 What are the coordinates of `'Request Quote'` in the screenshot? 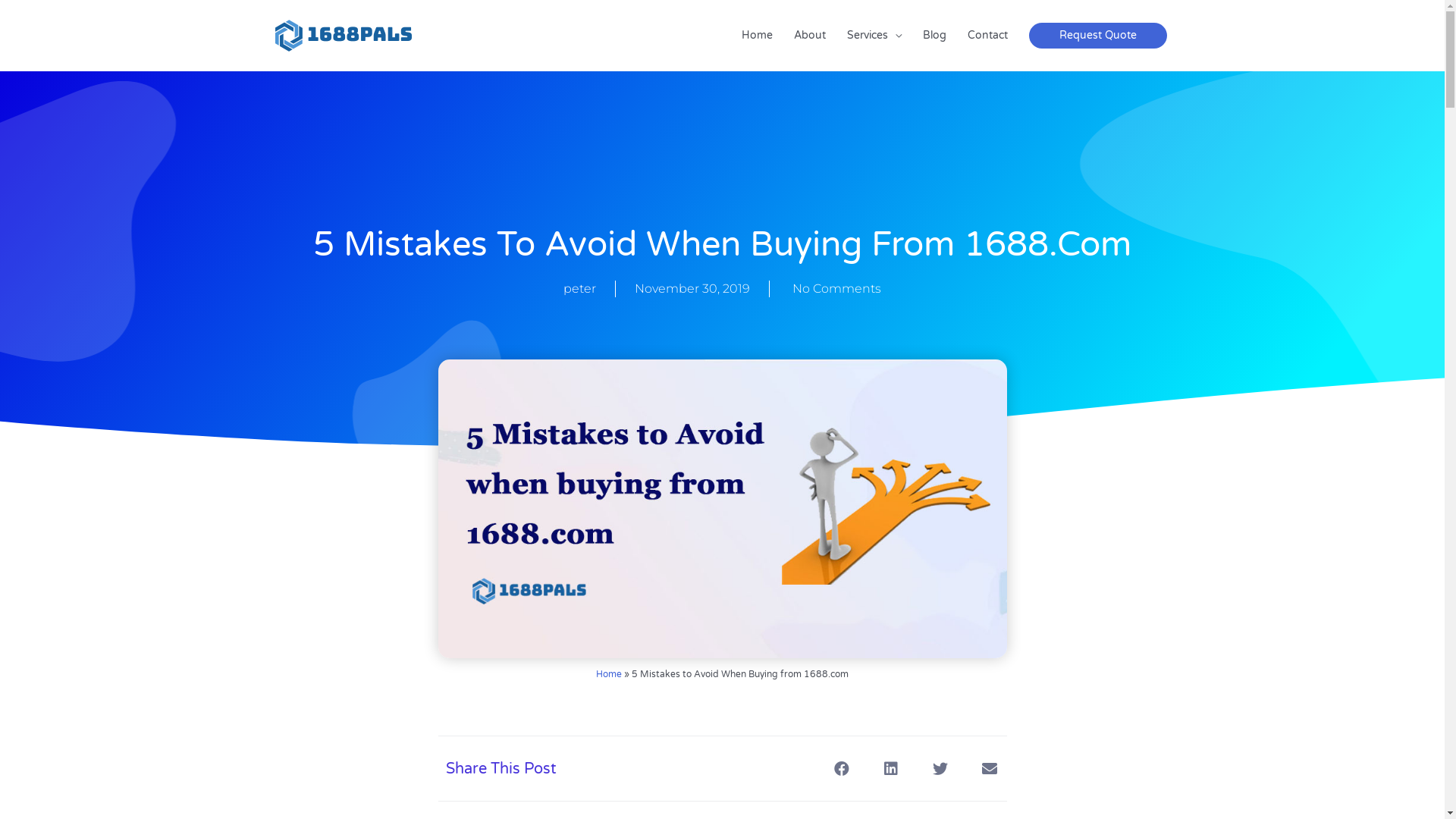 It's located at (1097, 34).